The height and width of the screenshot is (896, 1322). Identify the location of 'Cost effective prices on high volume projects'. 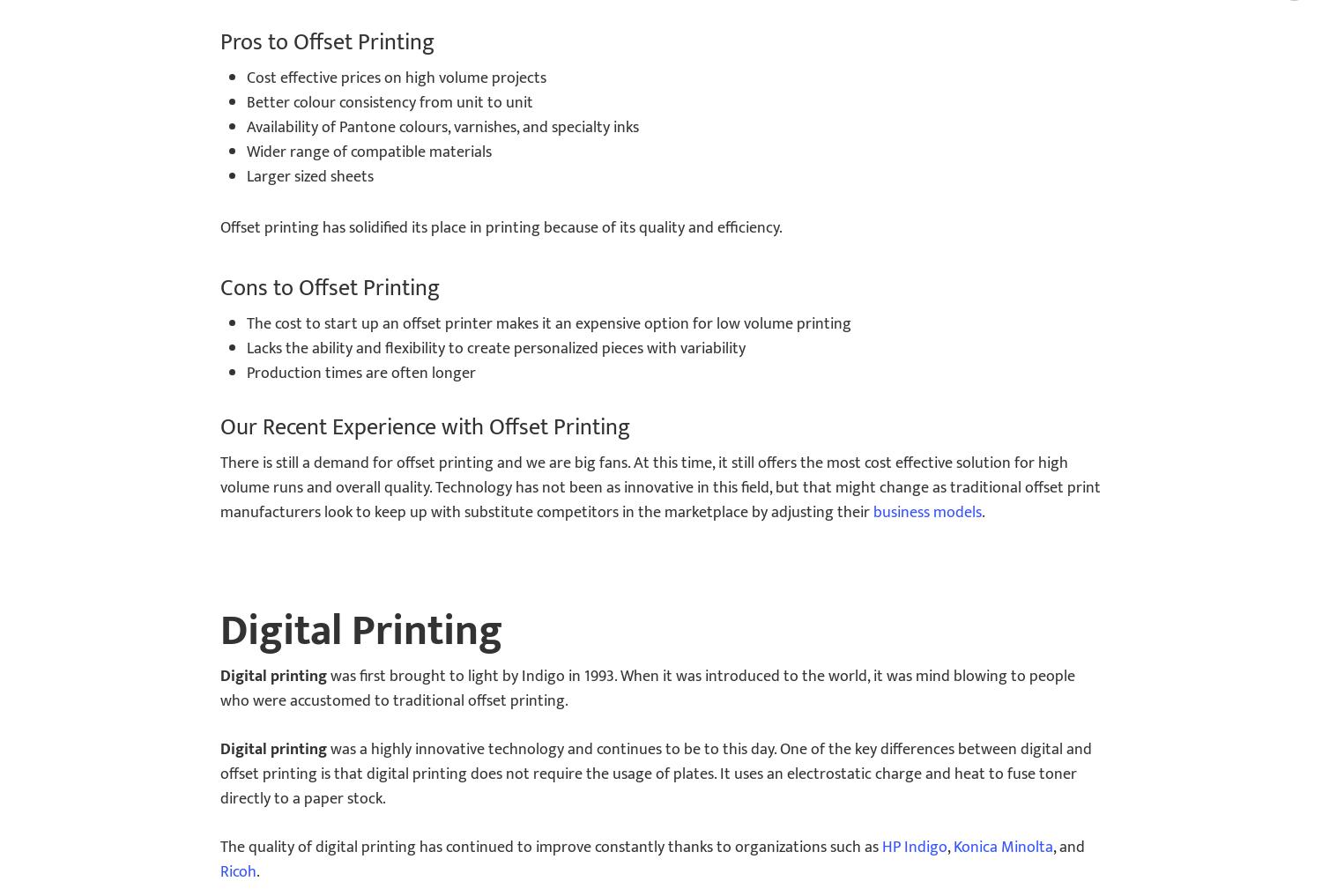
(247, 78).